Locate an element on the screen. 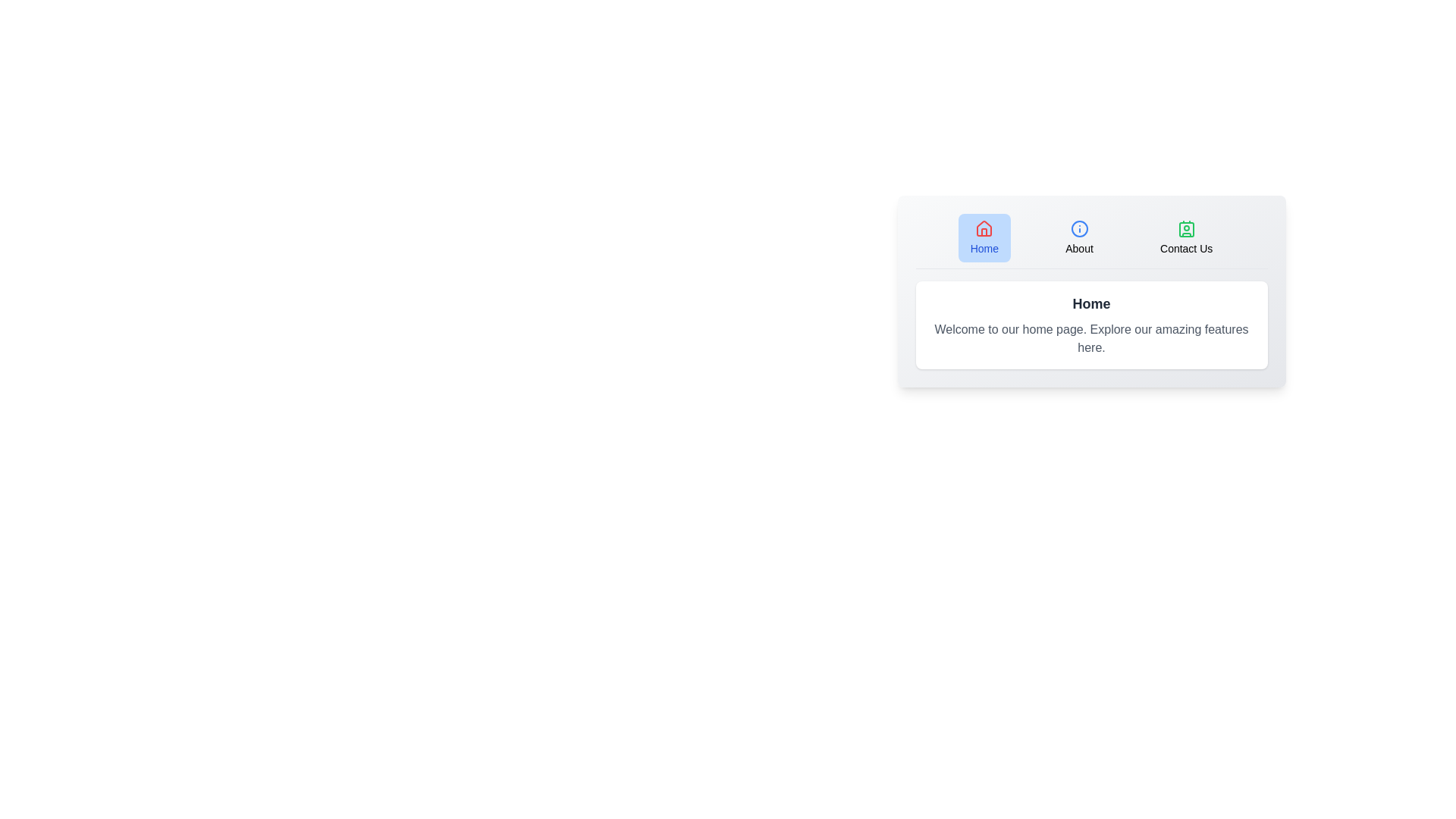  the About tab by clicking on its respective icon or title is located at coordinates (1078, 237).